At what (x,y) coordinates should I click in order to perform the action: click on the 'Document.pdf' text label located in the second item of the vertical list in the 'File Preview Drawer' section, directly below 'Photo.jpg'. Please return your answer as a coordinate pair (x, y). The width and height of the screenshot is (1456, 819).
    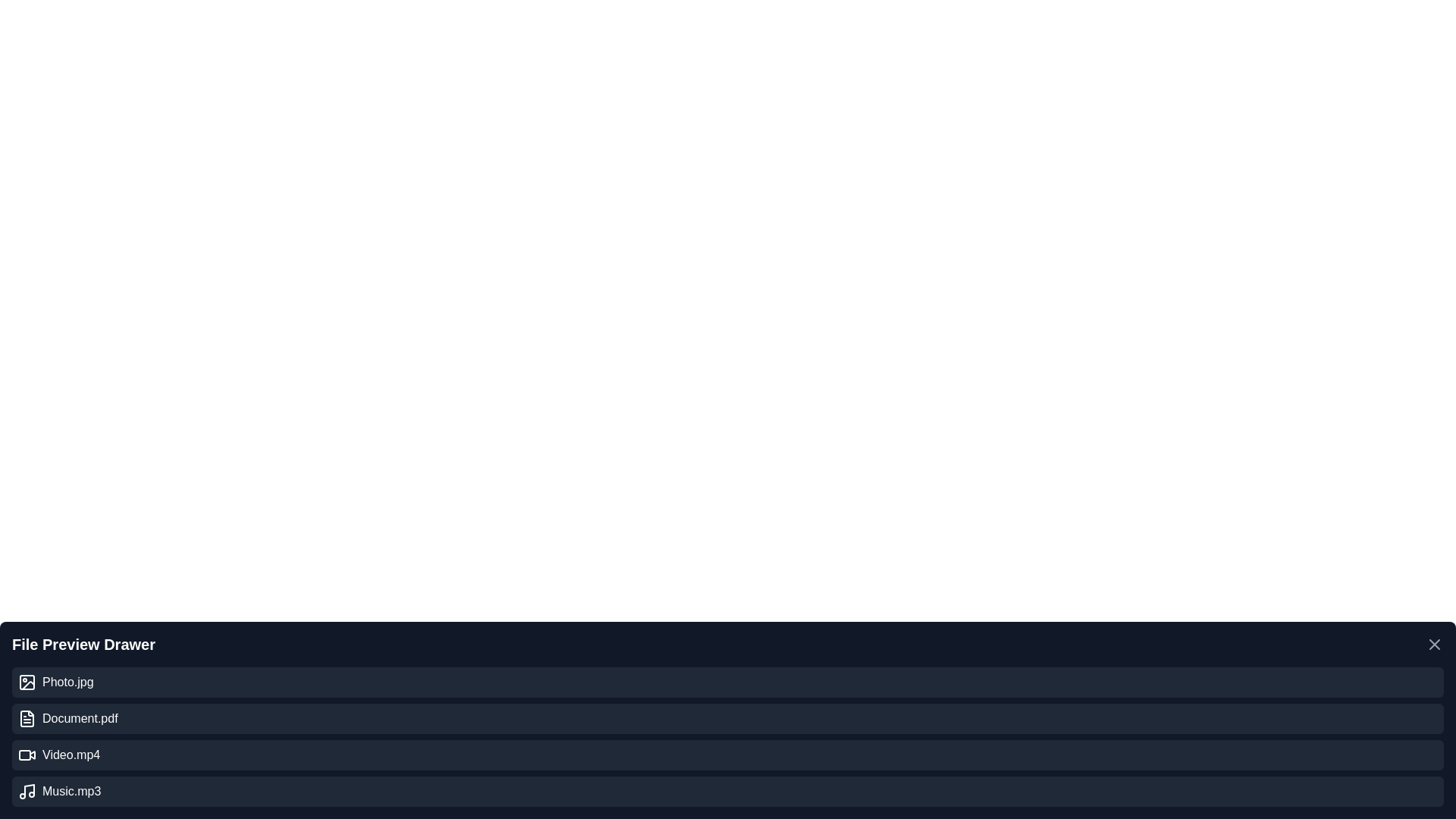
    Looking at the image, I should click on (79, 718).